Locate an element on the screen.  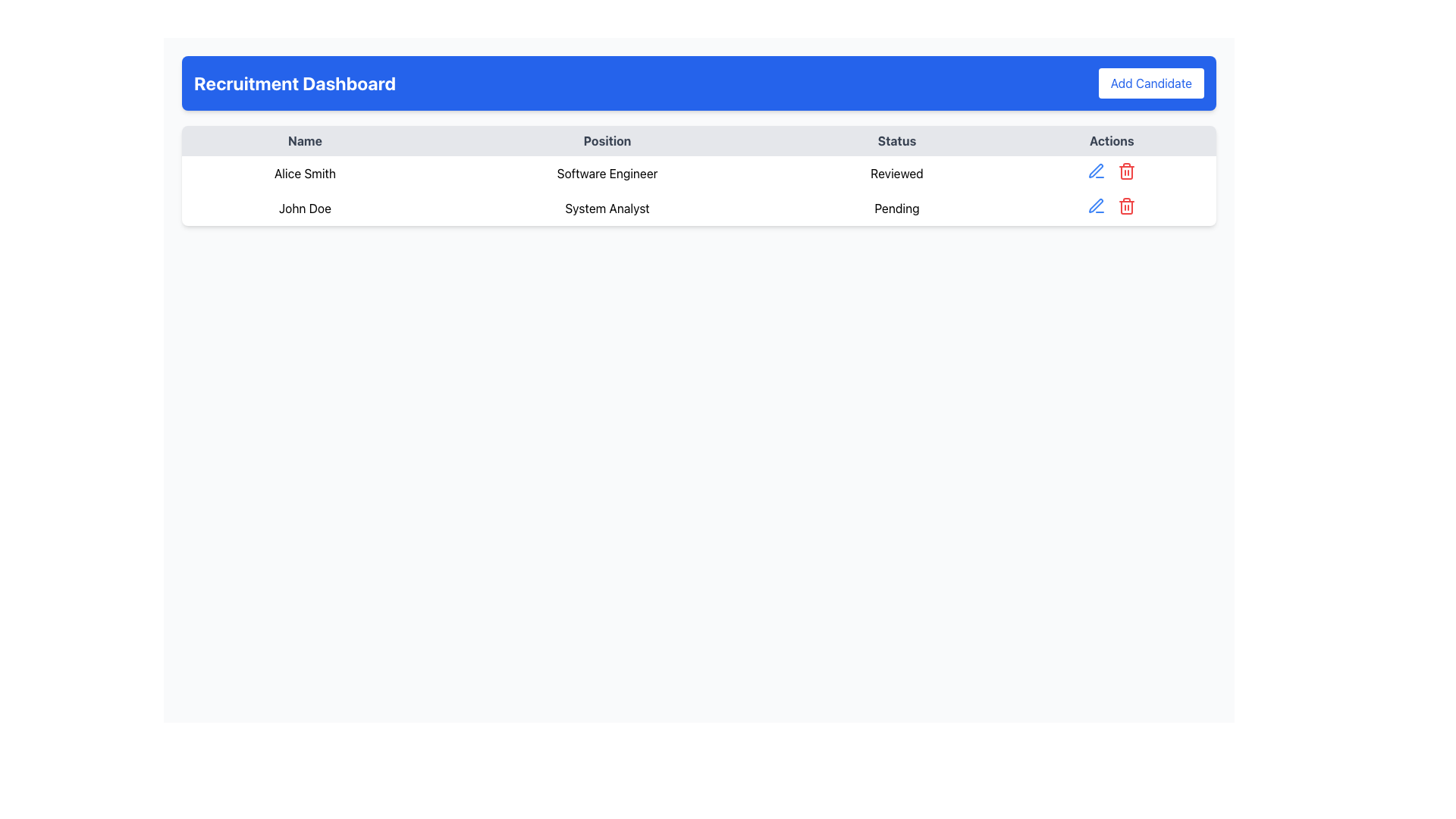
the static text label that displays 'Pending' in black font, located in the Status column of the table row for 'John Doe' as a System Analyst is located at coordinates (896, 208).